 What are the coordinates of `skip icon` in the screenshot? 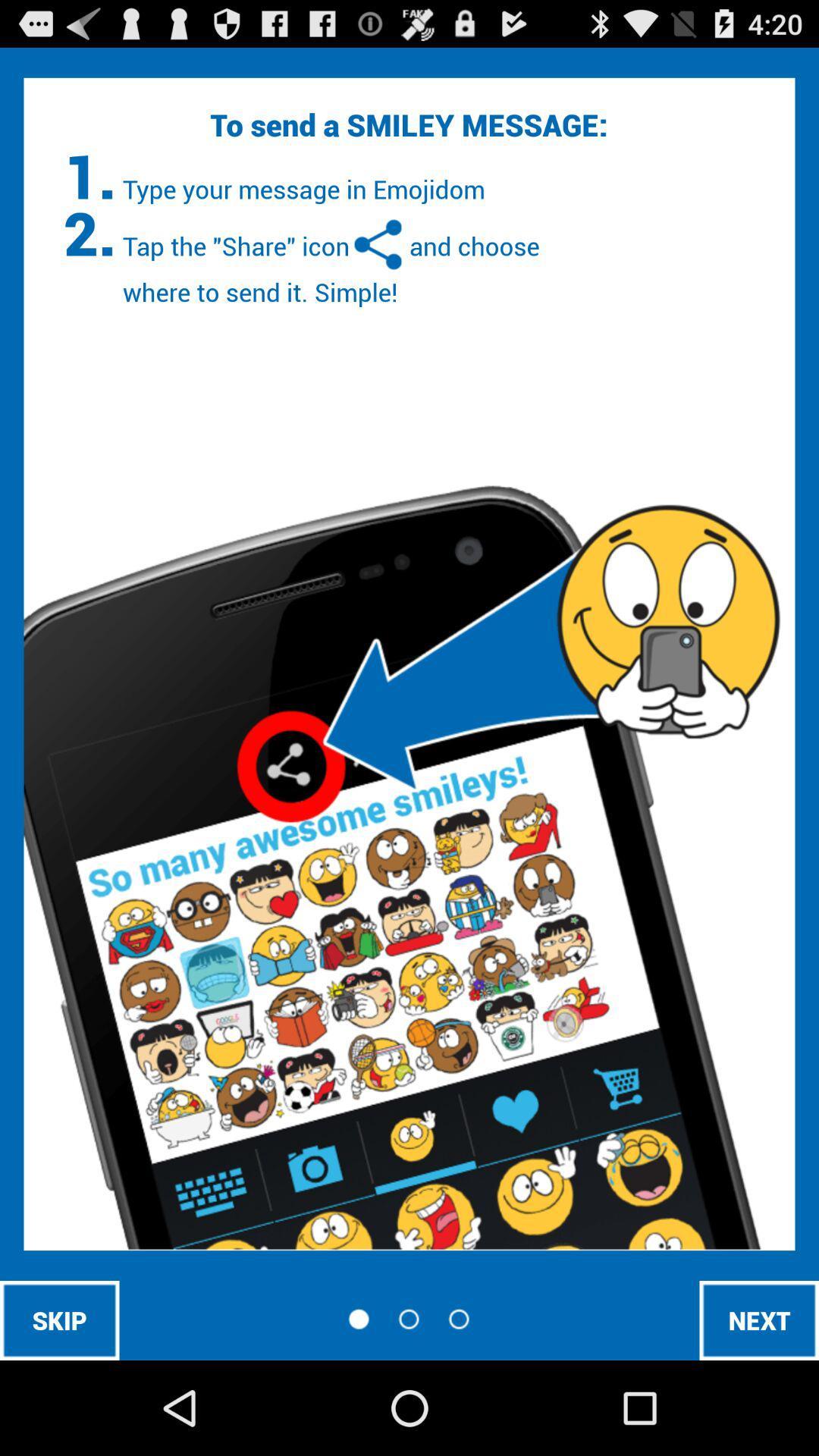 It's located at (58, 1319).